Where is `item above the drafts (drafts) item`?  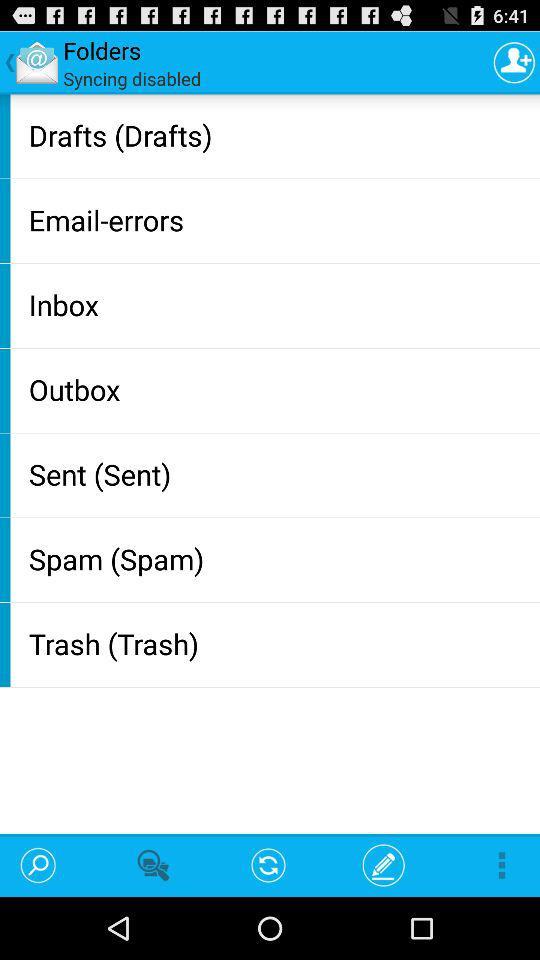 item above the drafts (drafts) item is located at coordinates (514, 62).